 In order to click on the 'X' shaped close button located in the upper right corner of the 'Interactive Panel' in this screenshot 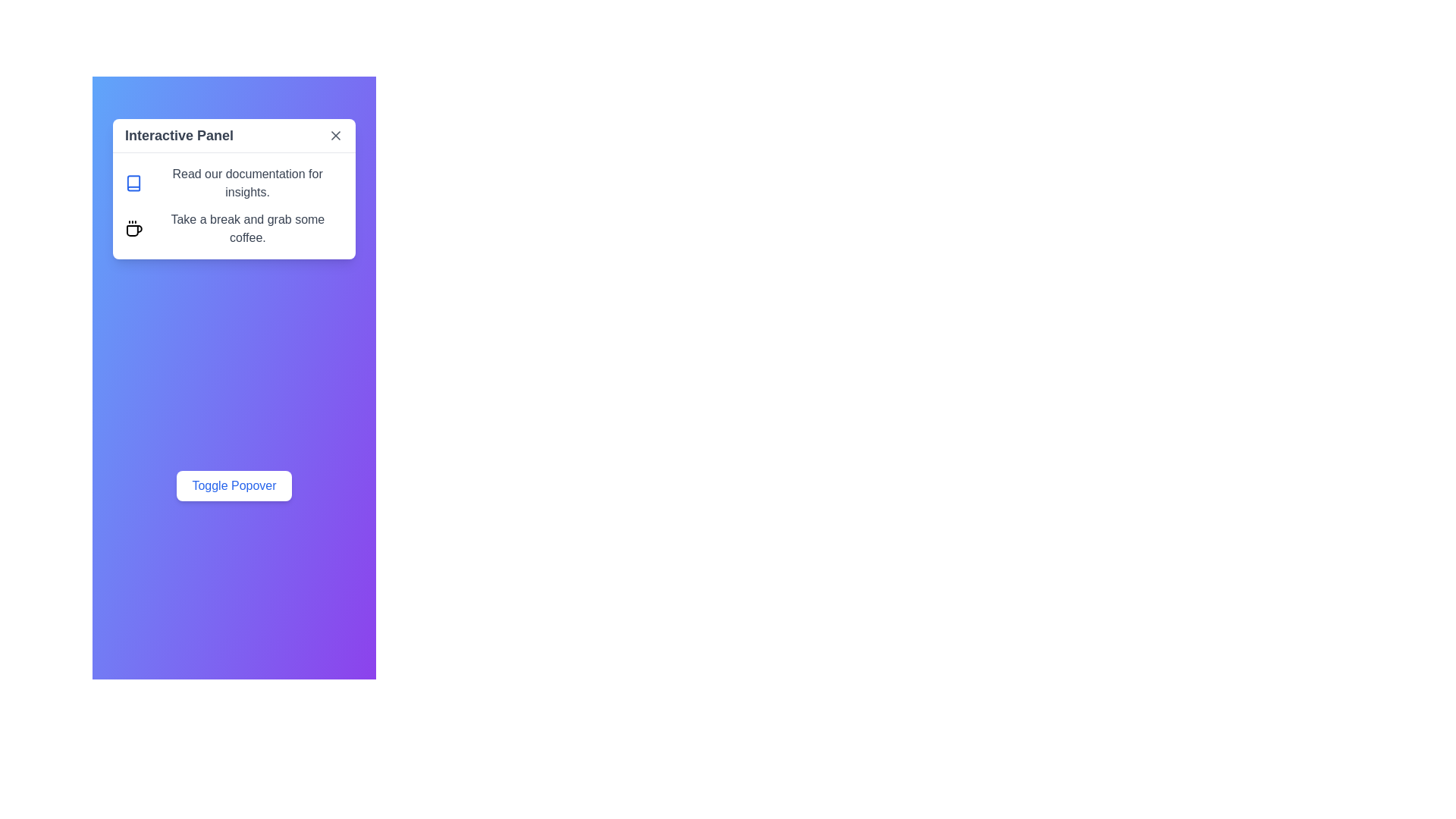, I will do `click(334, 134)`.